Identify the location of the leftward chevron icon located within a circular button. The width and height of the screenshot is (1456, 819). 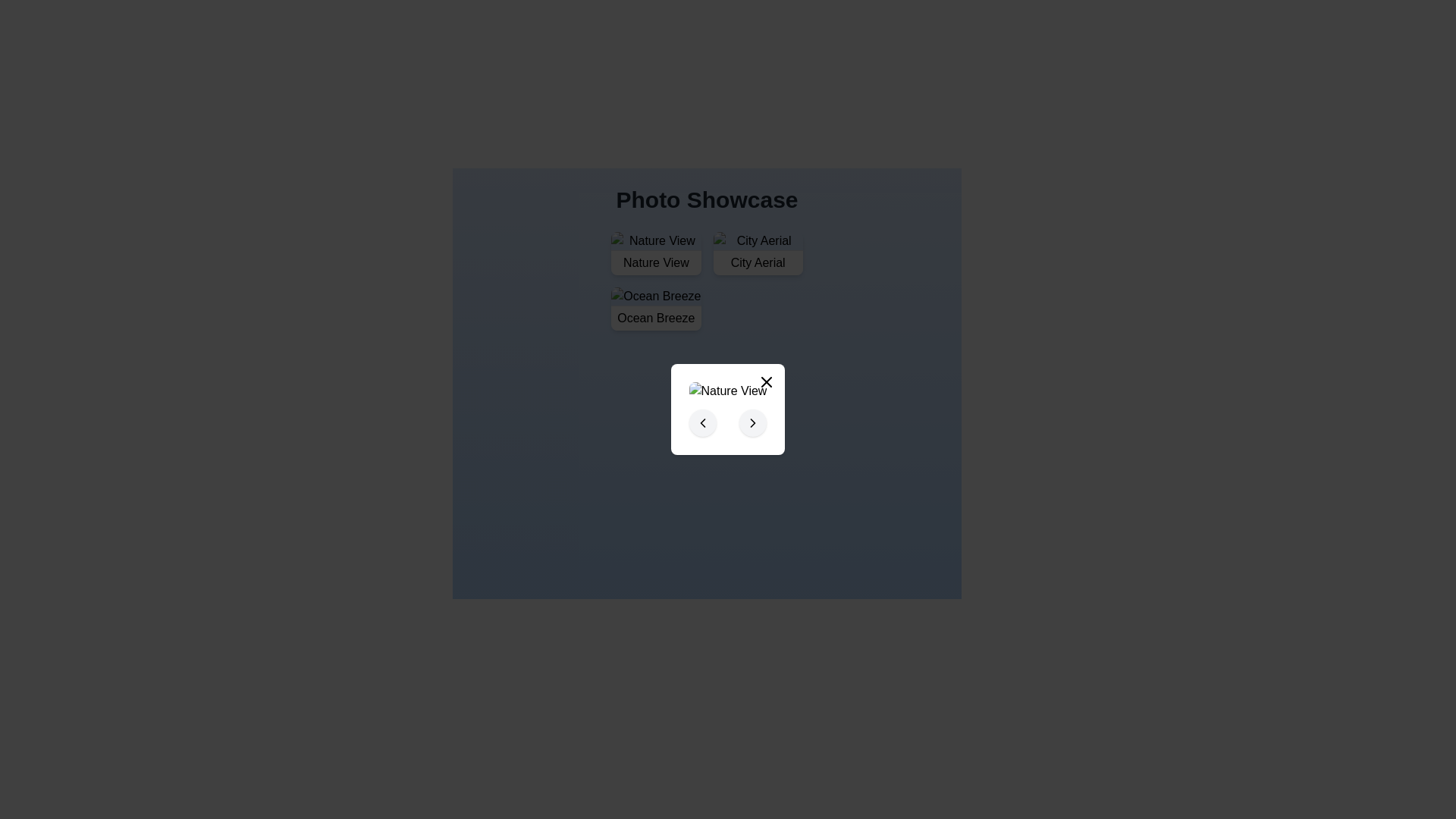
(701, 423).